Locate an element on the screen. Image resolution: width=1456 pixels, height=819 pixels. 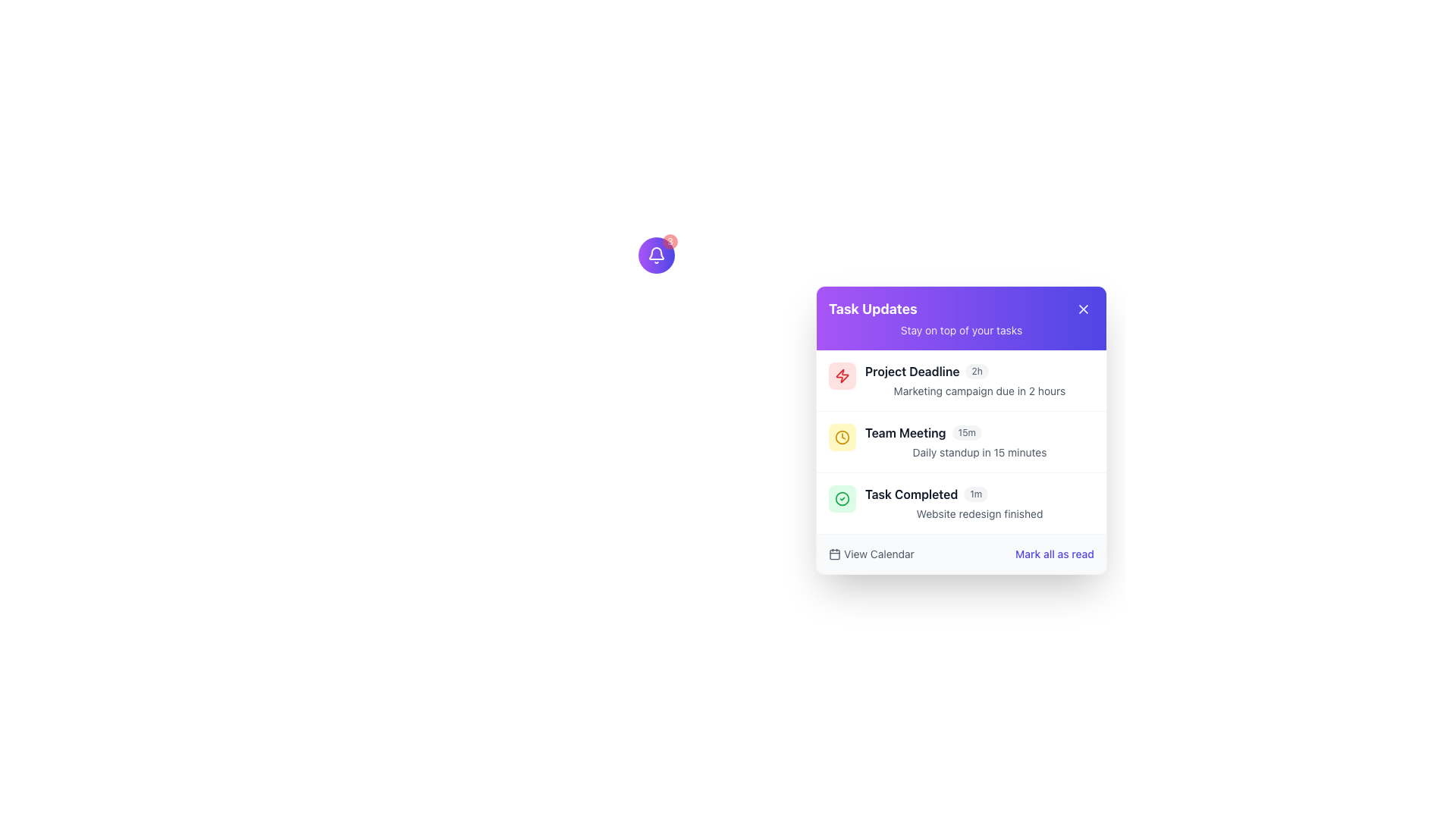
the third List item under 'Task Updates' to view its details, which indicates a completed task with its title and time since completion is located at coordinates (960, 503).